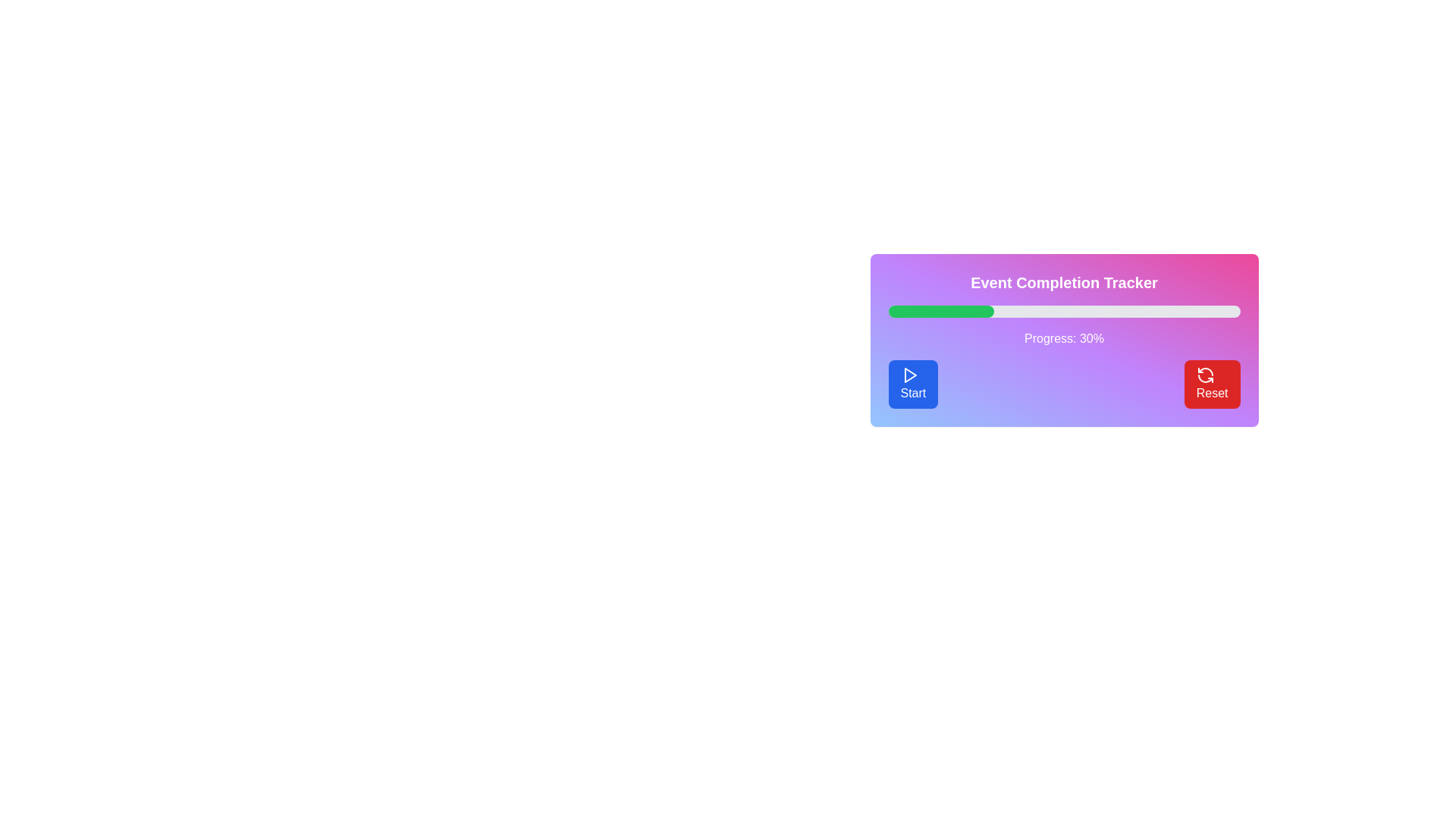 The width and height of the screenshot is (1456, 819). I want to click on the blue play icon, which is a triangular outline representing the play symbol, located inside the 'Start' button on the 'Event Completion Tracker' interface, so click(909, 375).